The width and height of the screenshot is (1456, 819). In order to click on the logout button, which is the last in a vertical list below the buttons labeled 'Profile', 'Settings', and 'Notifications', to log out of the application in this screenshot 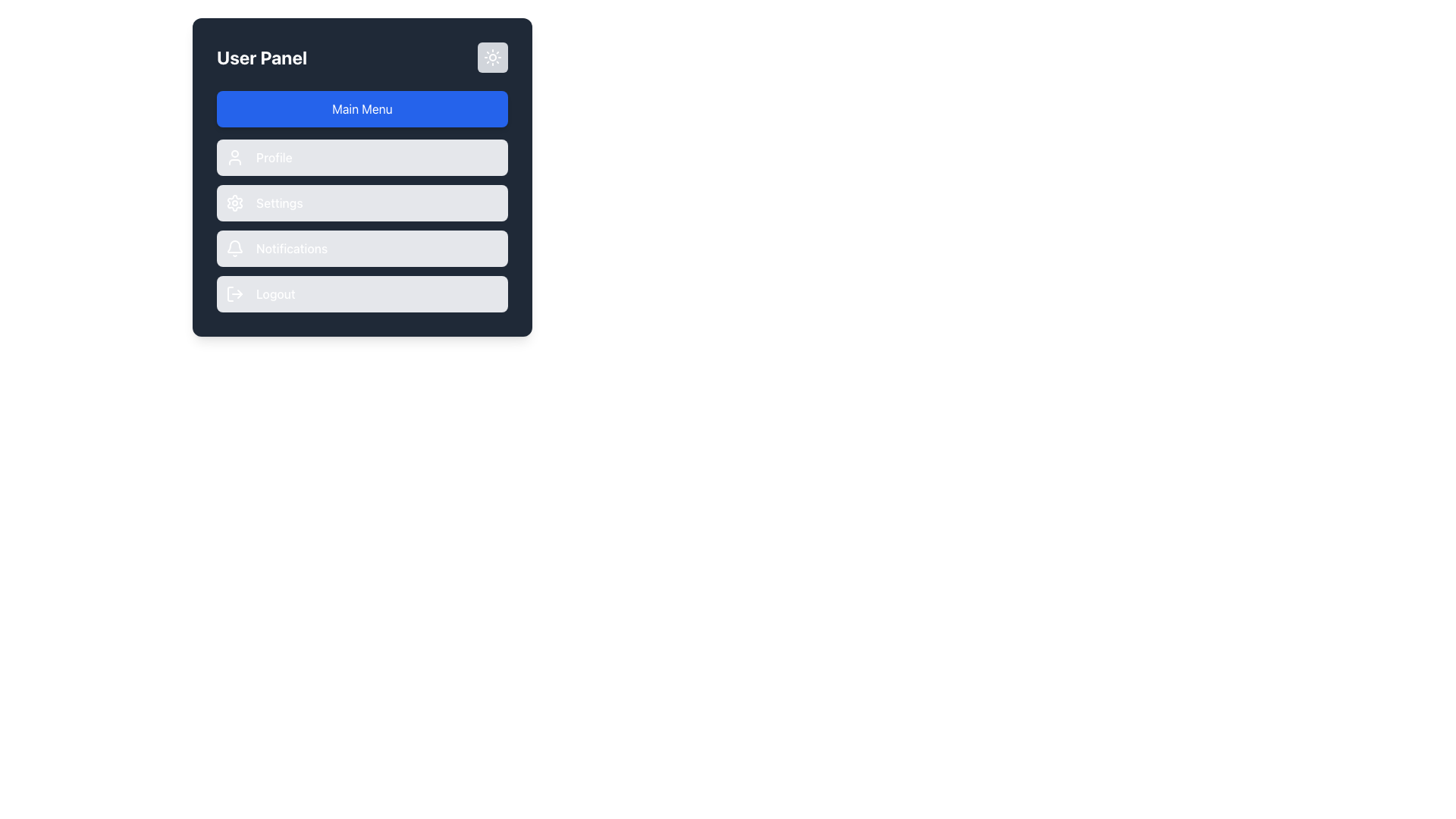, I will do `click(362, 294)`.